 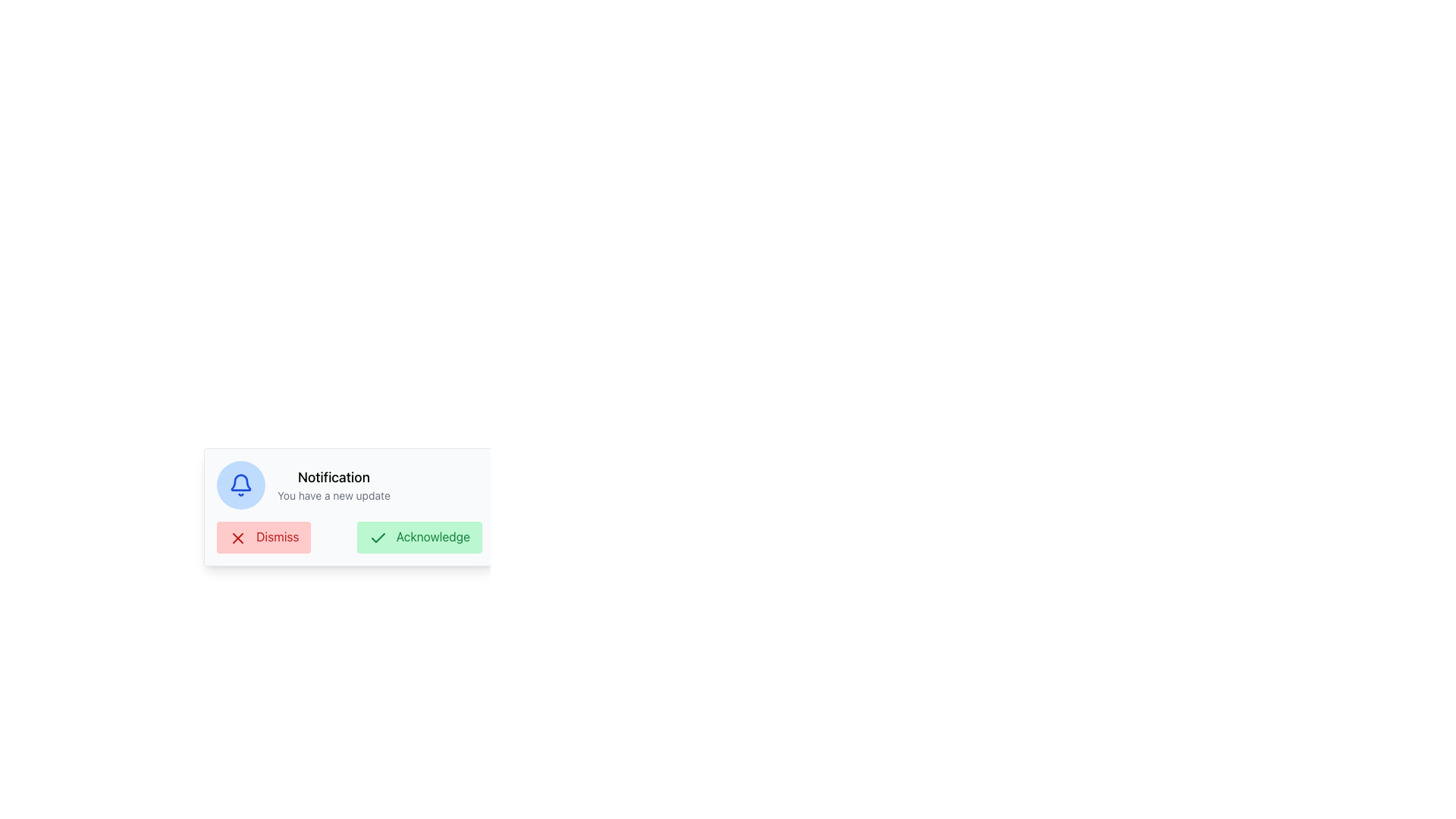 What do you see at coordinates (419, 536) in the screenshot?
I see `the second button in the horizontal button group located to the right of the 'Dismiss' button in the notification panel` at bounding box center [419, 536].